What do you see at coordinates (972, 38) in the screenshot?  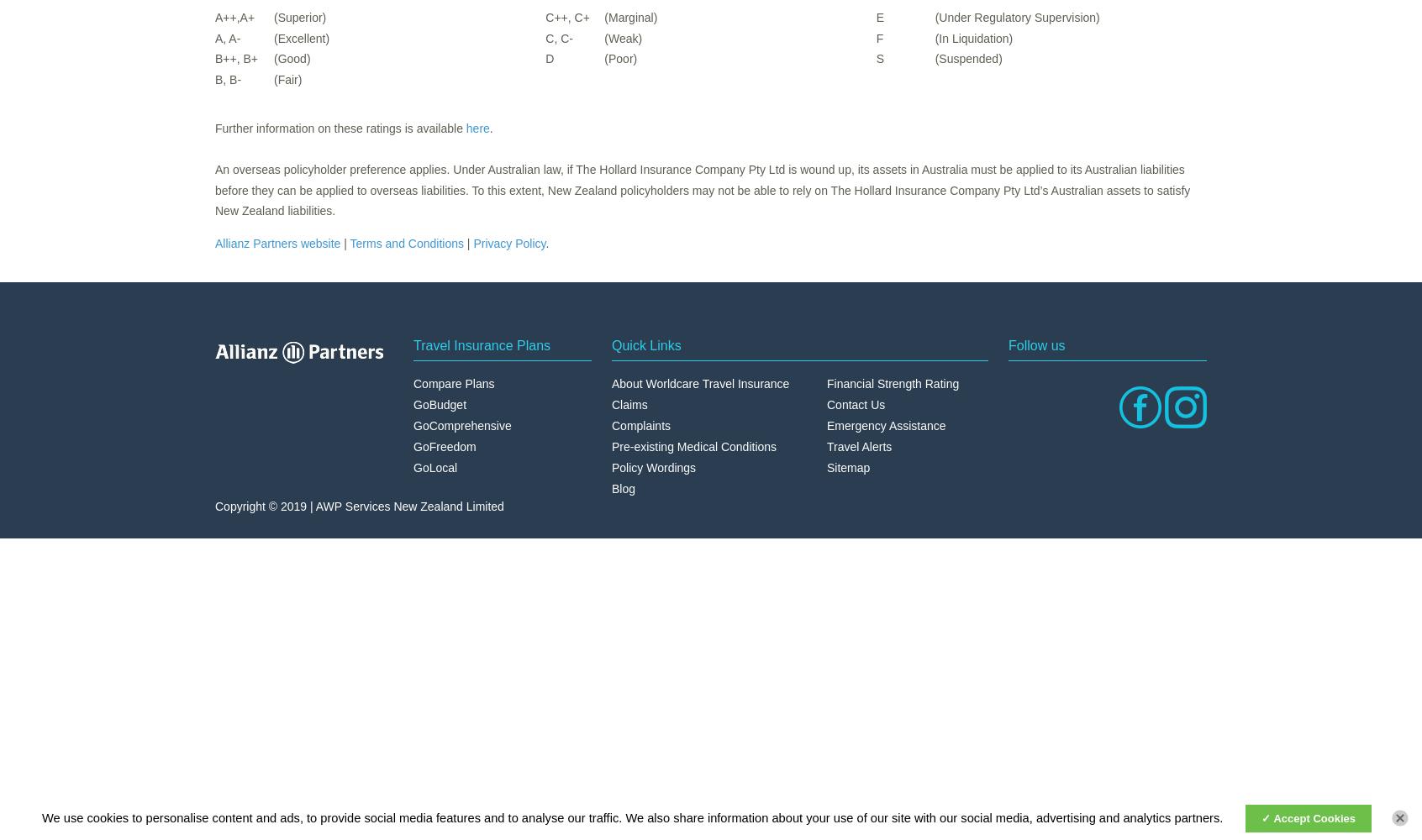 I see `'(In Liquidation)'` at bounding box center [972, 38].